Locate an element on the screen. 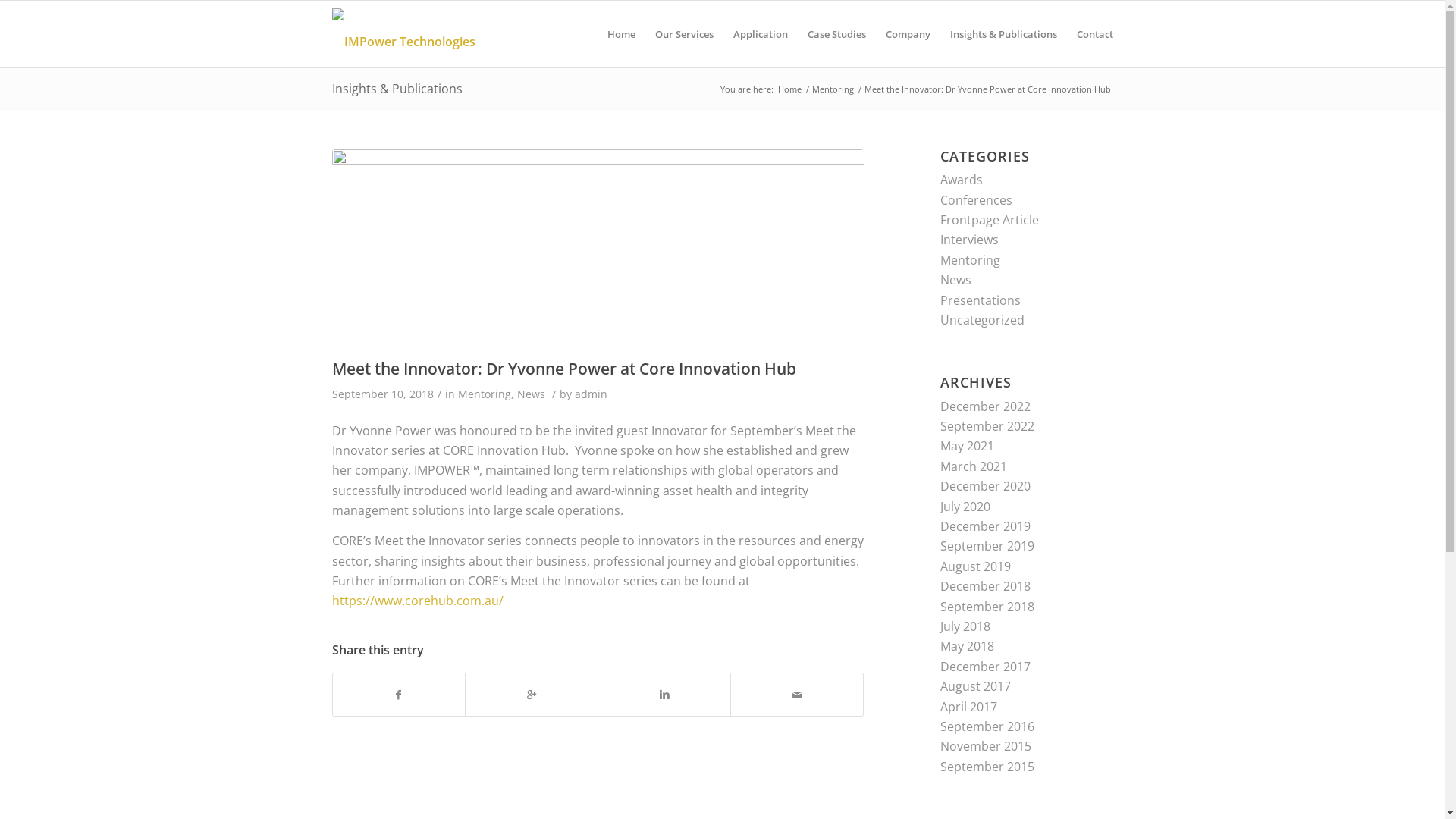 The width and height of the screenshot is (1456, 819). 'March 2021' is located at coordinates (973, 465).